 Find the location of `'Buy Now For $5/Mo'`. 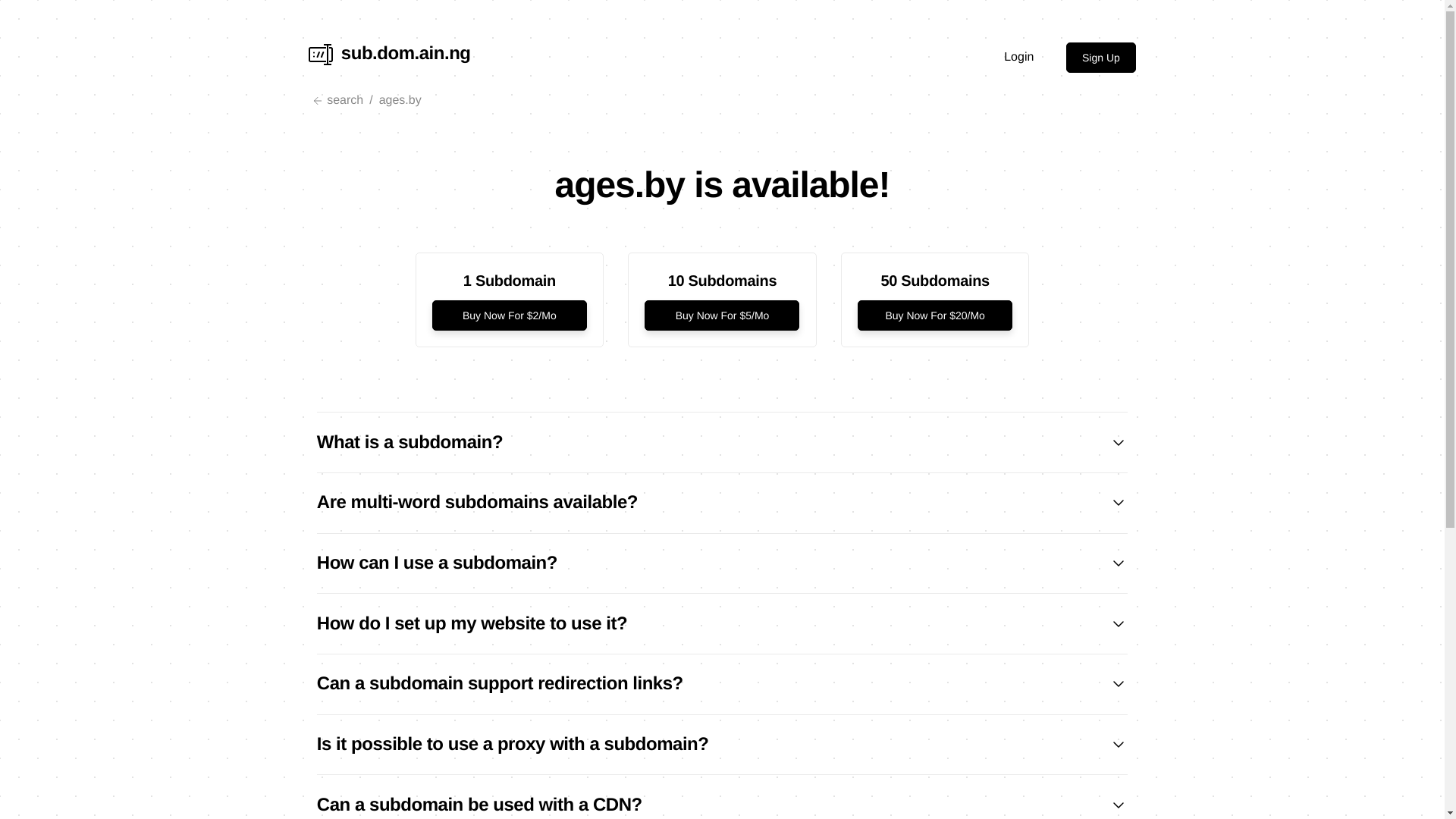

'Buy Now For $5/Mo' is located at coordinates (720, 315).